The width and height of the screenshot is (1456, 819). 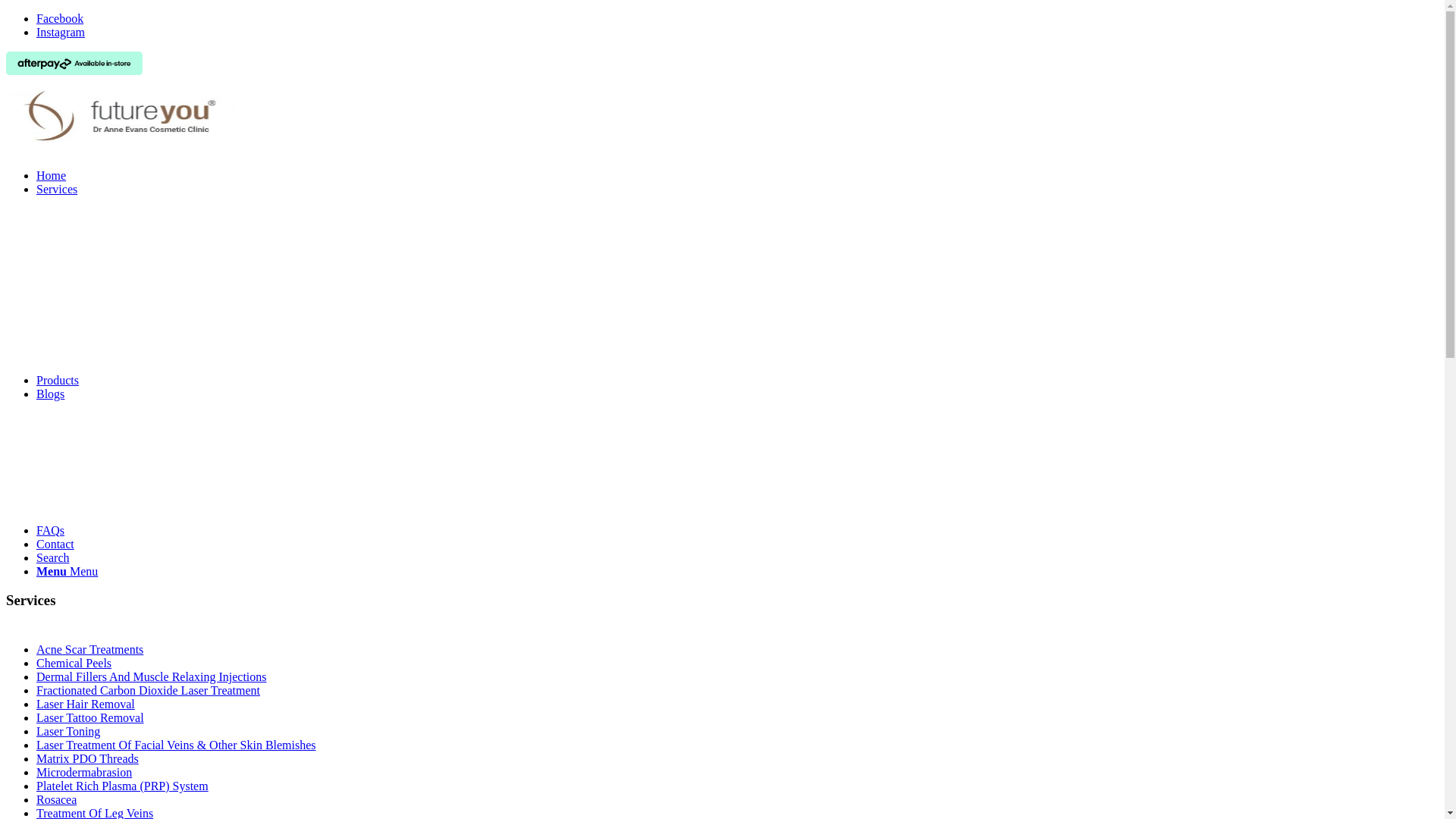 I want to click on 'Laser Tattoo Removal', so click(x=36, y=717).